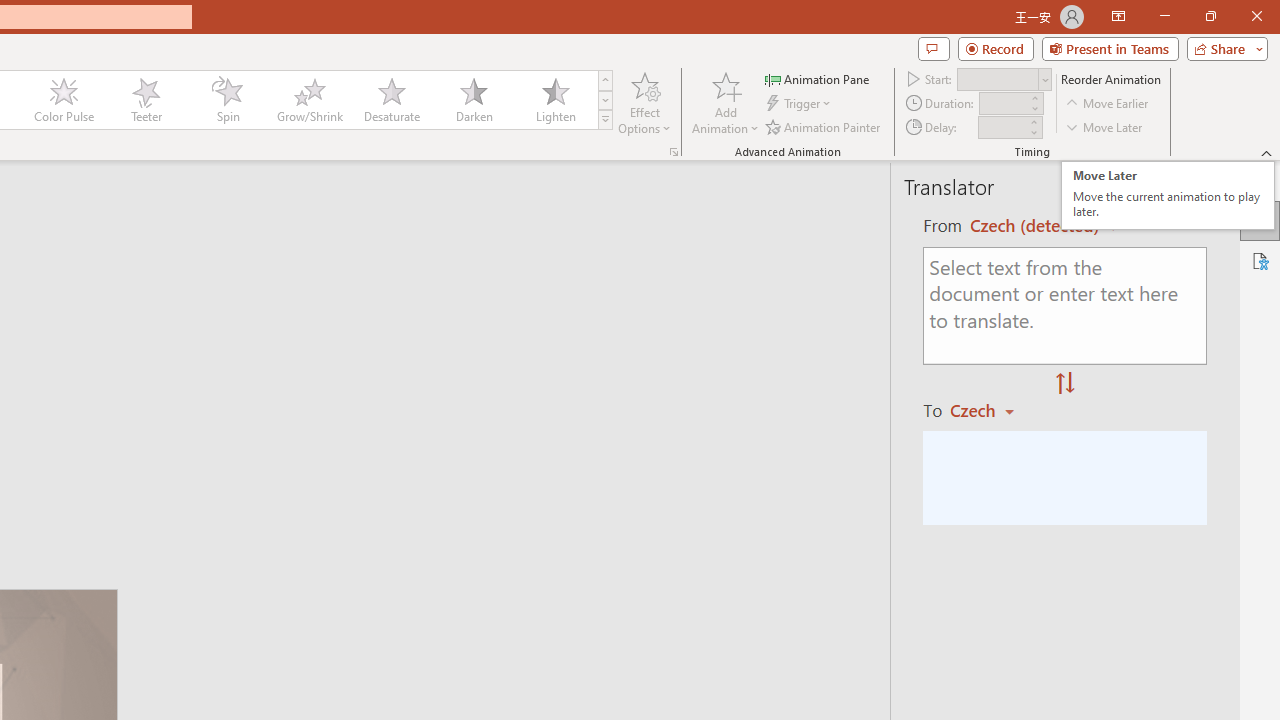 The height and width of the screenshot is (720, 1280). What do you see at coordinates (824, 127) in the screenshot?
I see `'Animation Painter'` at bounding box center [824, 127].